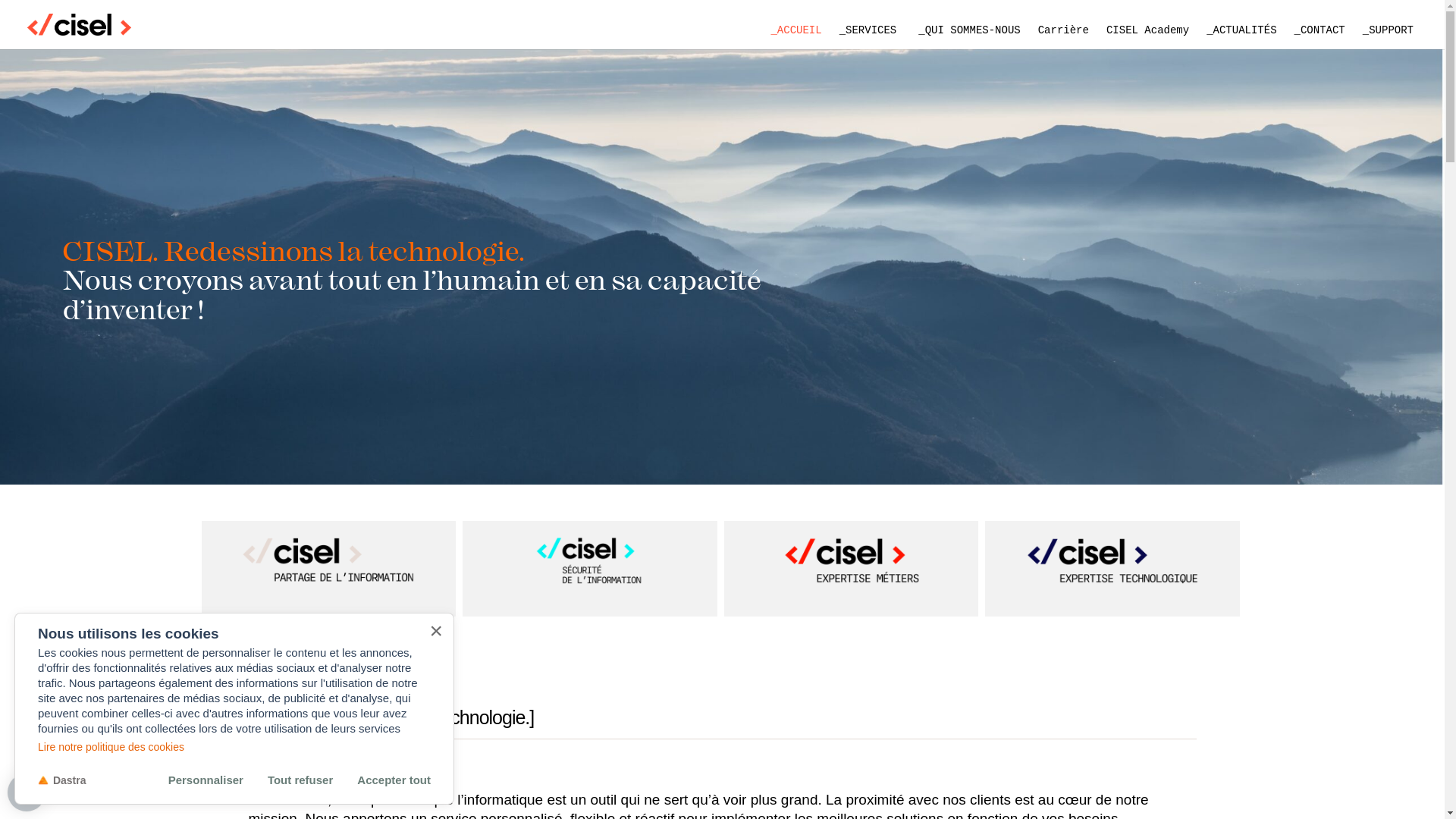 The image size is (1456, 819). I want to click on 'Personnaliser', so click(205, 779).